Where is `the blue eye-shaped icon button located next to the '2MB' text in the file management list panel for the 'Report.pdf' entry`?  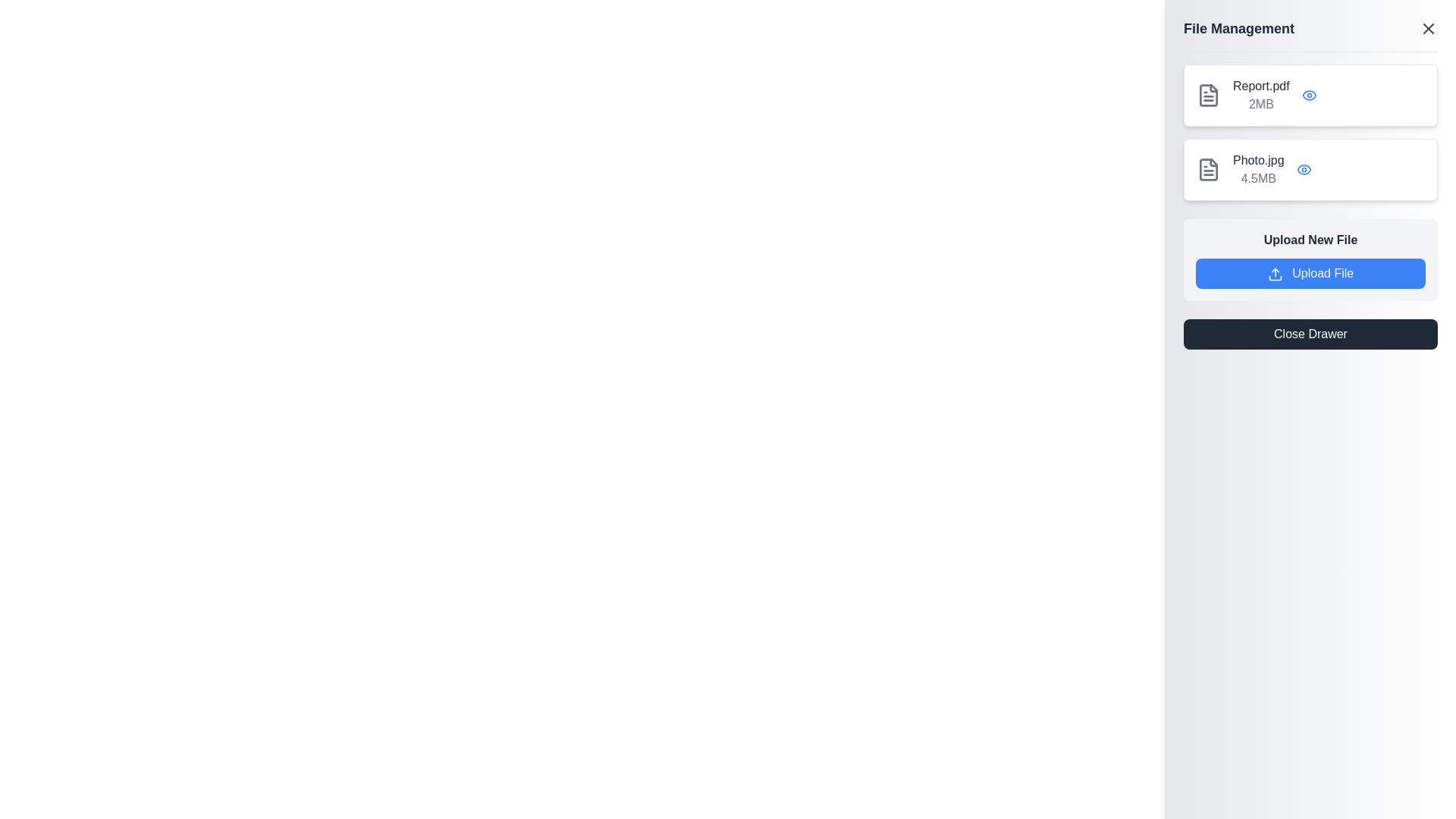
the blue eye-shaped icon button located next to the '2MB' text in the file management list panel for the 'Report.pdf' entry is located at coordinates (1308, 96).